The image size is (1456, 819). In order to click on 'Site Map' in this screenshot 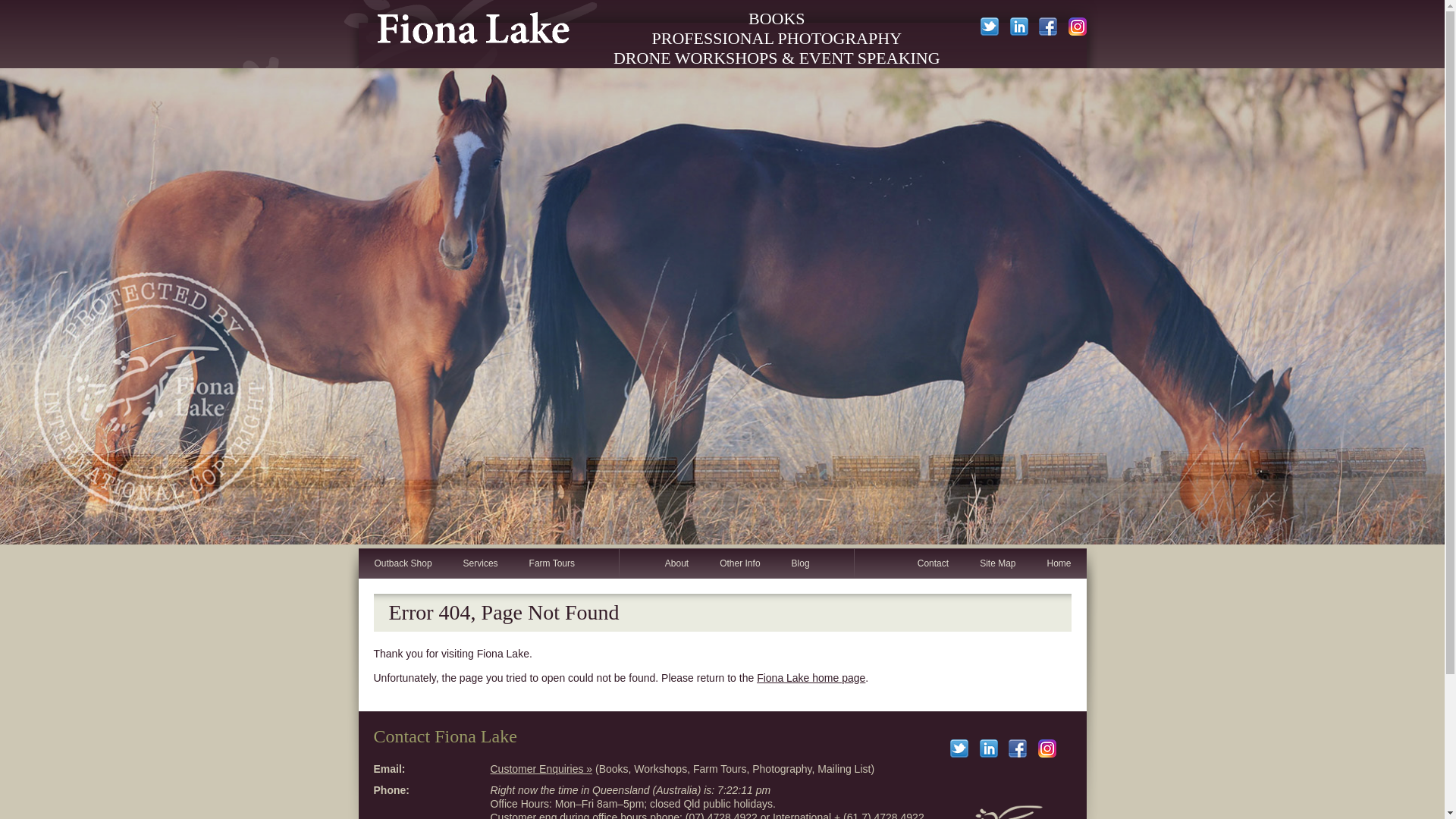, I will do `click(997, 563)`.